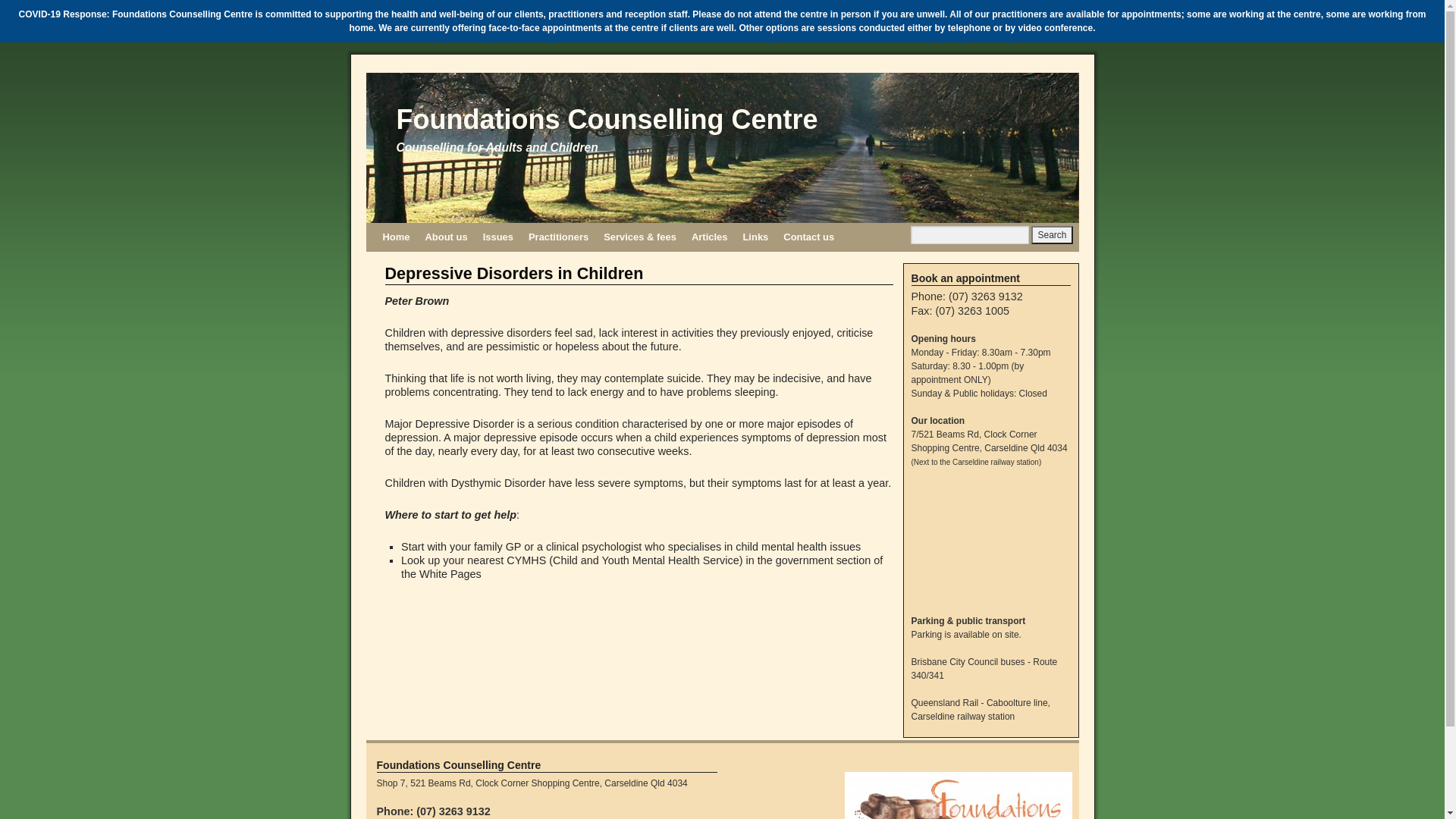 The width and height of the screenshot is (1456, 819). I want to click on 'Services & fees', so click(640, 237).